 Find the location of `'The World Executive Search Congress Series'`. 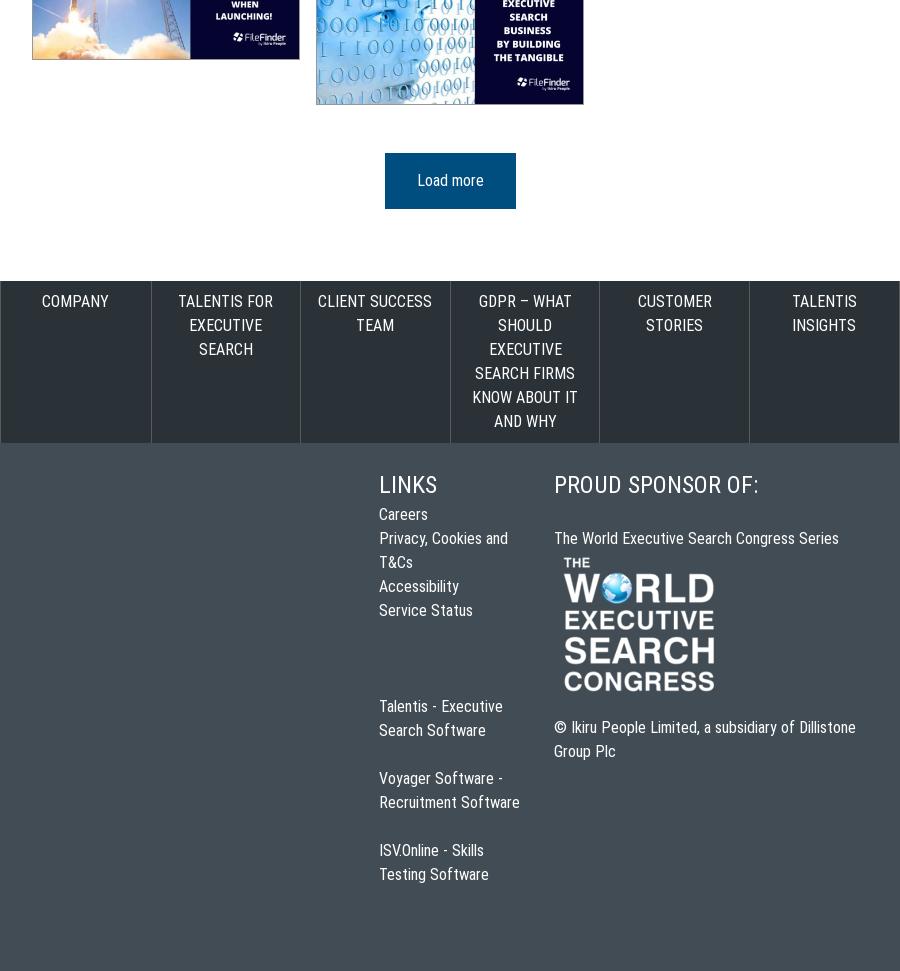

'The World Executive Search Congress Series' is located at coordinates (553, 537).